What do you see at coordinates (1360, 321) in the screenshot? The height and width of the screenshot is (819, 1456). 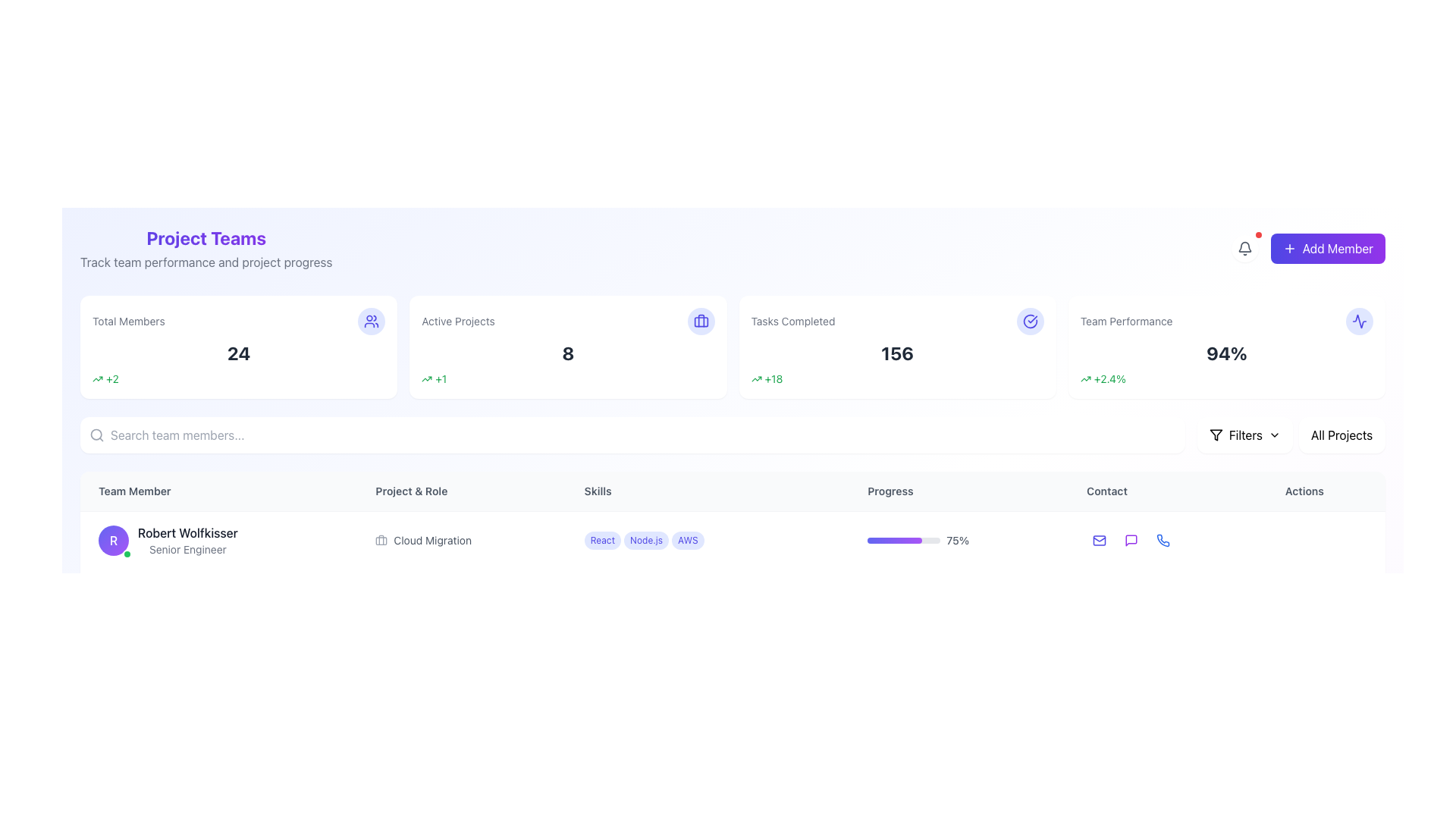 I see `the SVG icon styled with a rounded design resembling a pulse signal, located in the top-right corner of the dashboard header, to the right of the 'Team Performance' statistic and above the 'Add Member' button` at bounding box center [1360, 321].